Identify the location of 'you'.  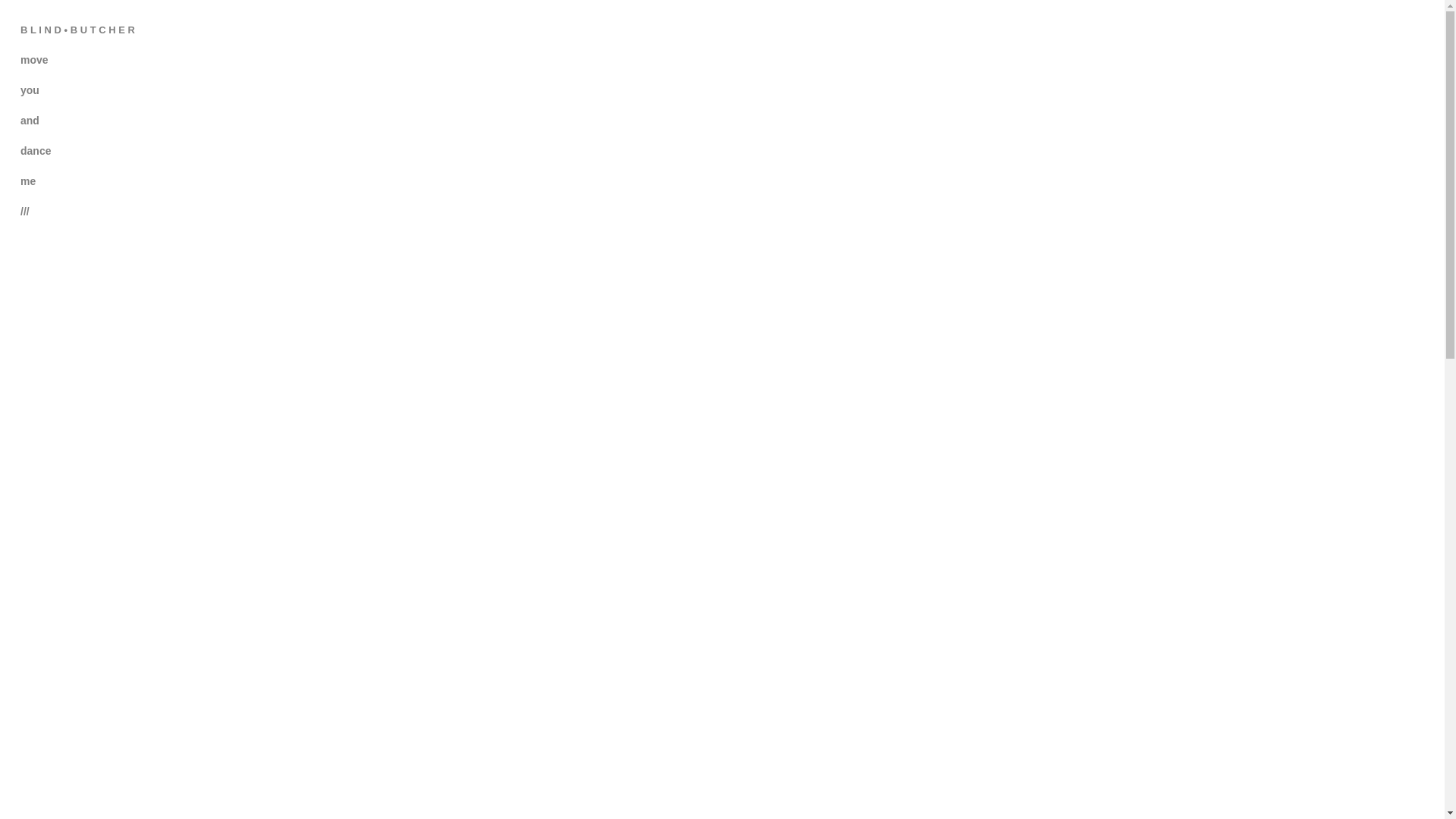
(30, 90).